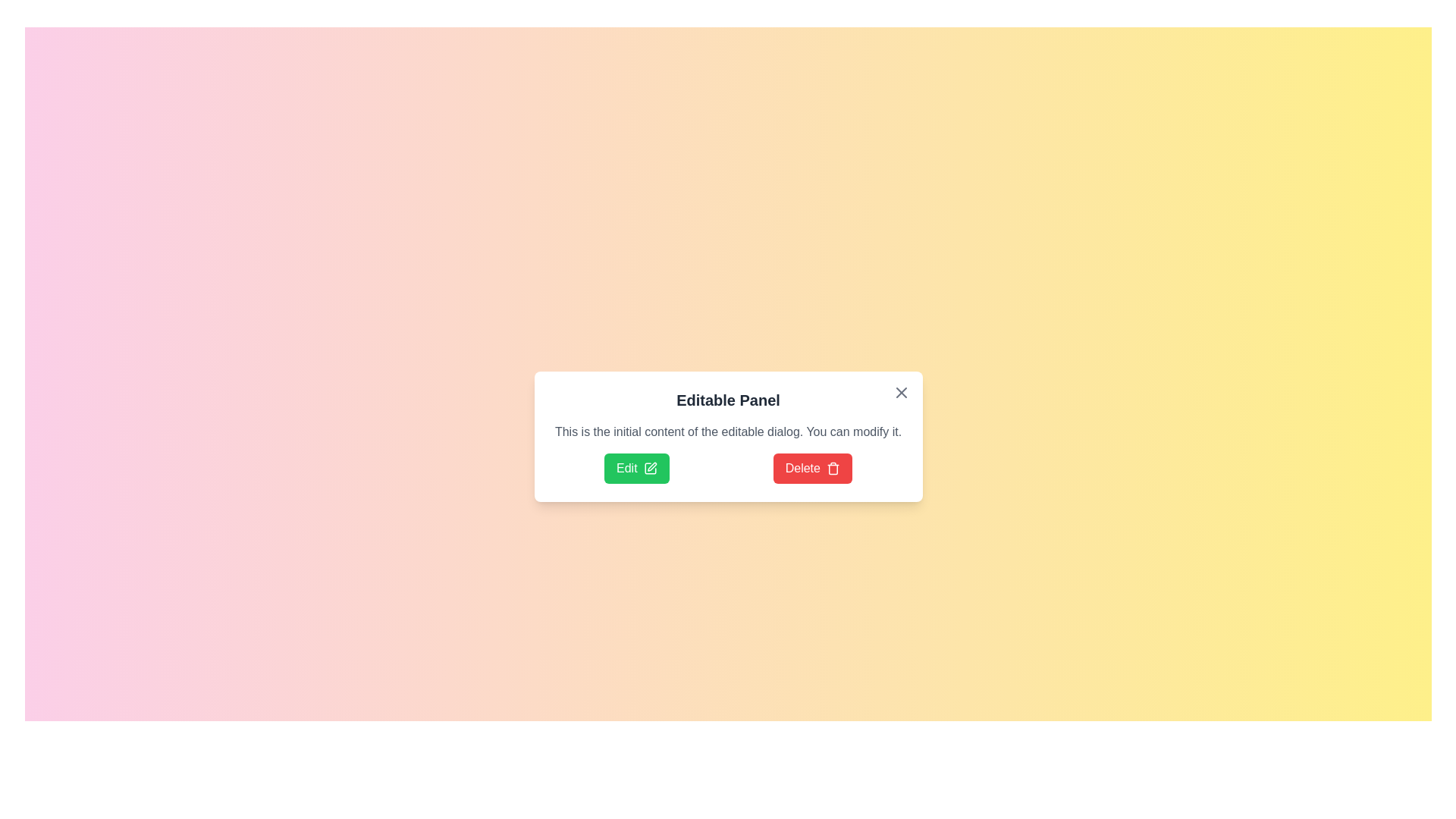  I want to click on the 'Edit' button to enter edit mode, so click(636, 467).